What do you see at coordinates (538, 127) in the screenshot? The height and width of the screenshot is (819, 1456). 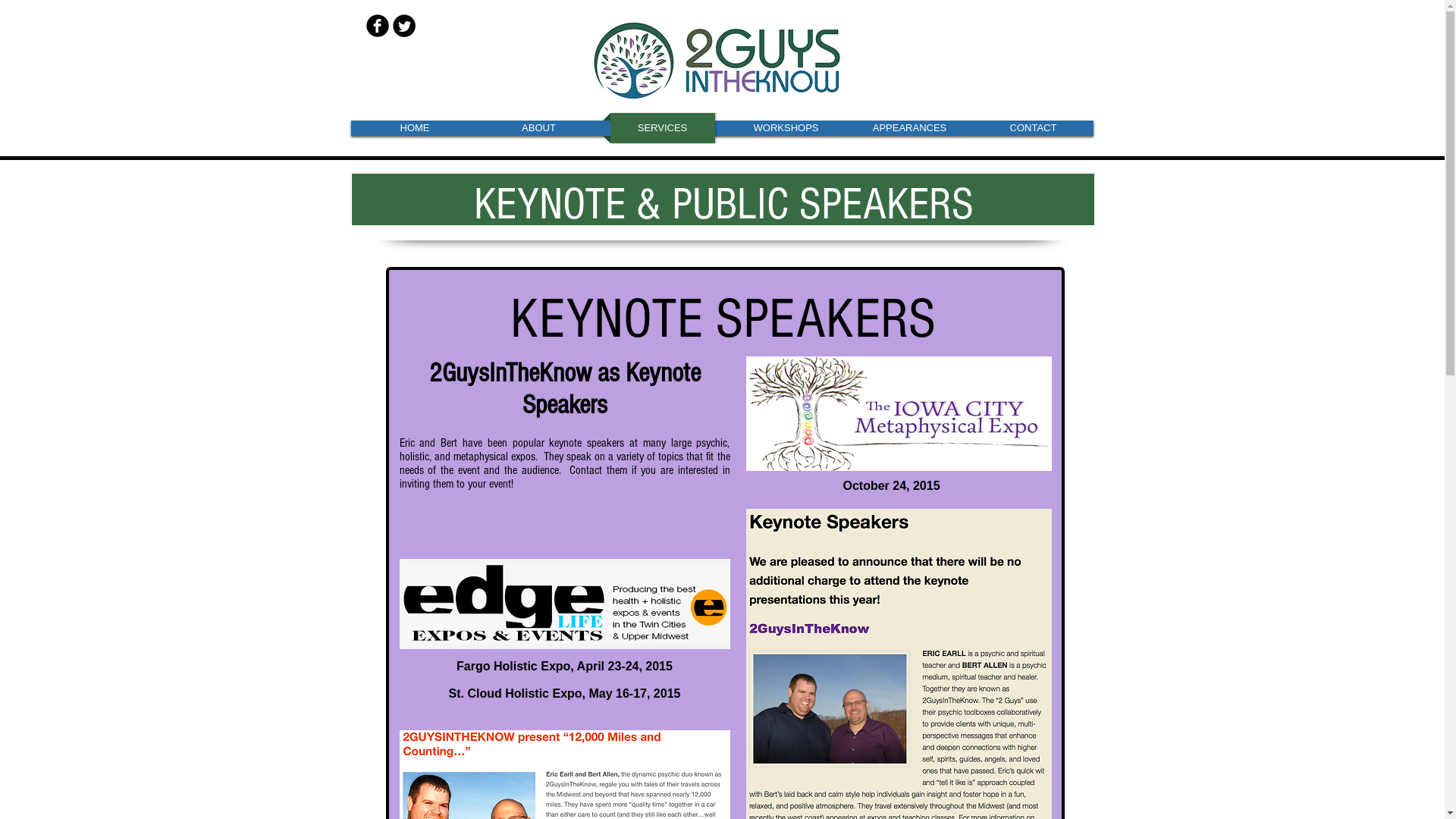 I see `'ABOUT'` at bounding box center [538, 127].